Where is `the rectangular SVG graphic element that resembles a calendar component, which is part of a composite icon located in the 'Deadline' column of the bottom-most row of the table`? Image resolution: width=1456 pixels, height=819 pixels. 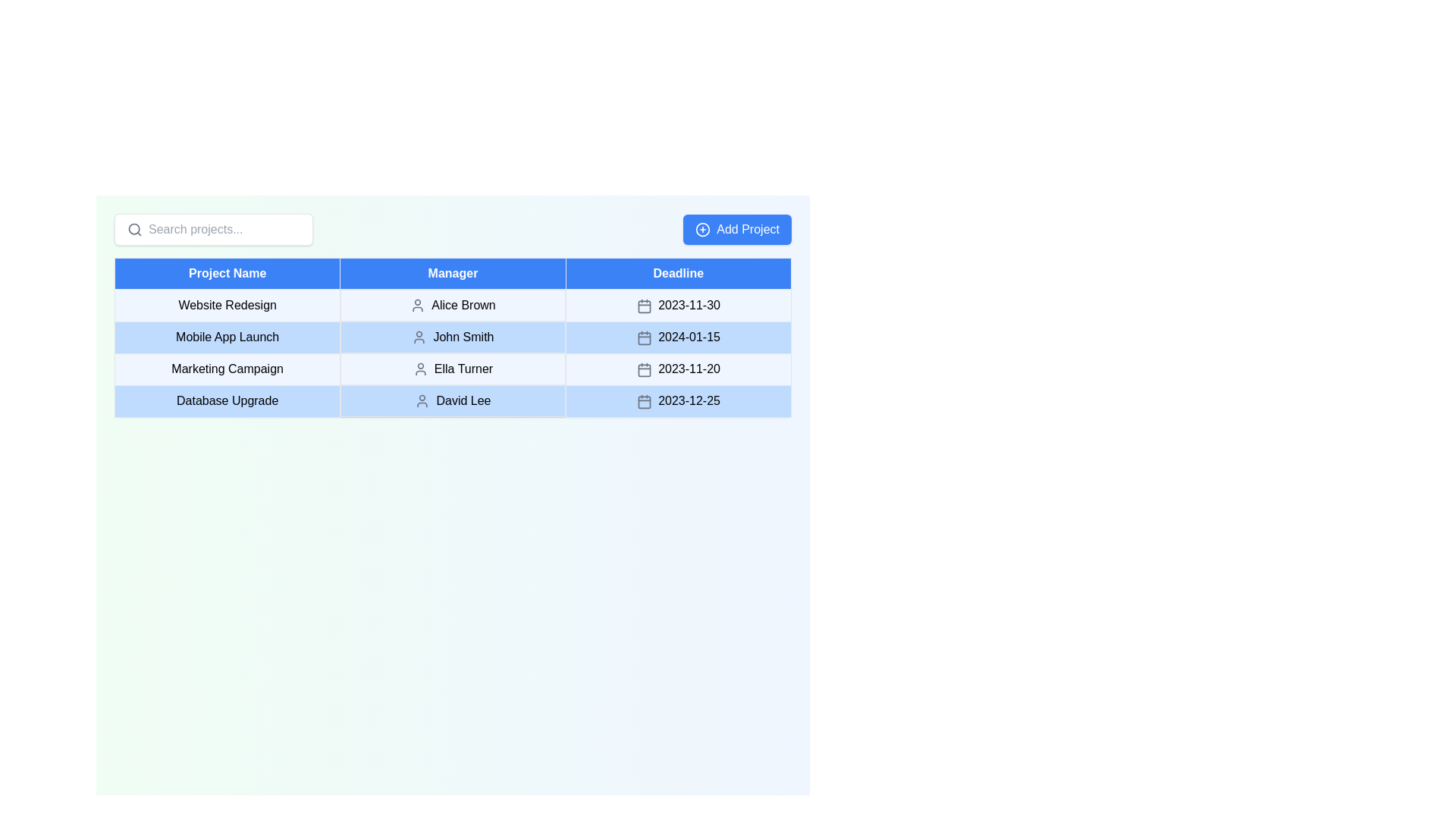 the rectangular SVG graphic element that resembles a calendar component, which is part of a composite icon located in the 'Deadline' column of the bottom-most row of the table is located at coordinates (644, 401).